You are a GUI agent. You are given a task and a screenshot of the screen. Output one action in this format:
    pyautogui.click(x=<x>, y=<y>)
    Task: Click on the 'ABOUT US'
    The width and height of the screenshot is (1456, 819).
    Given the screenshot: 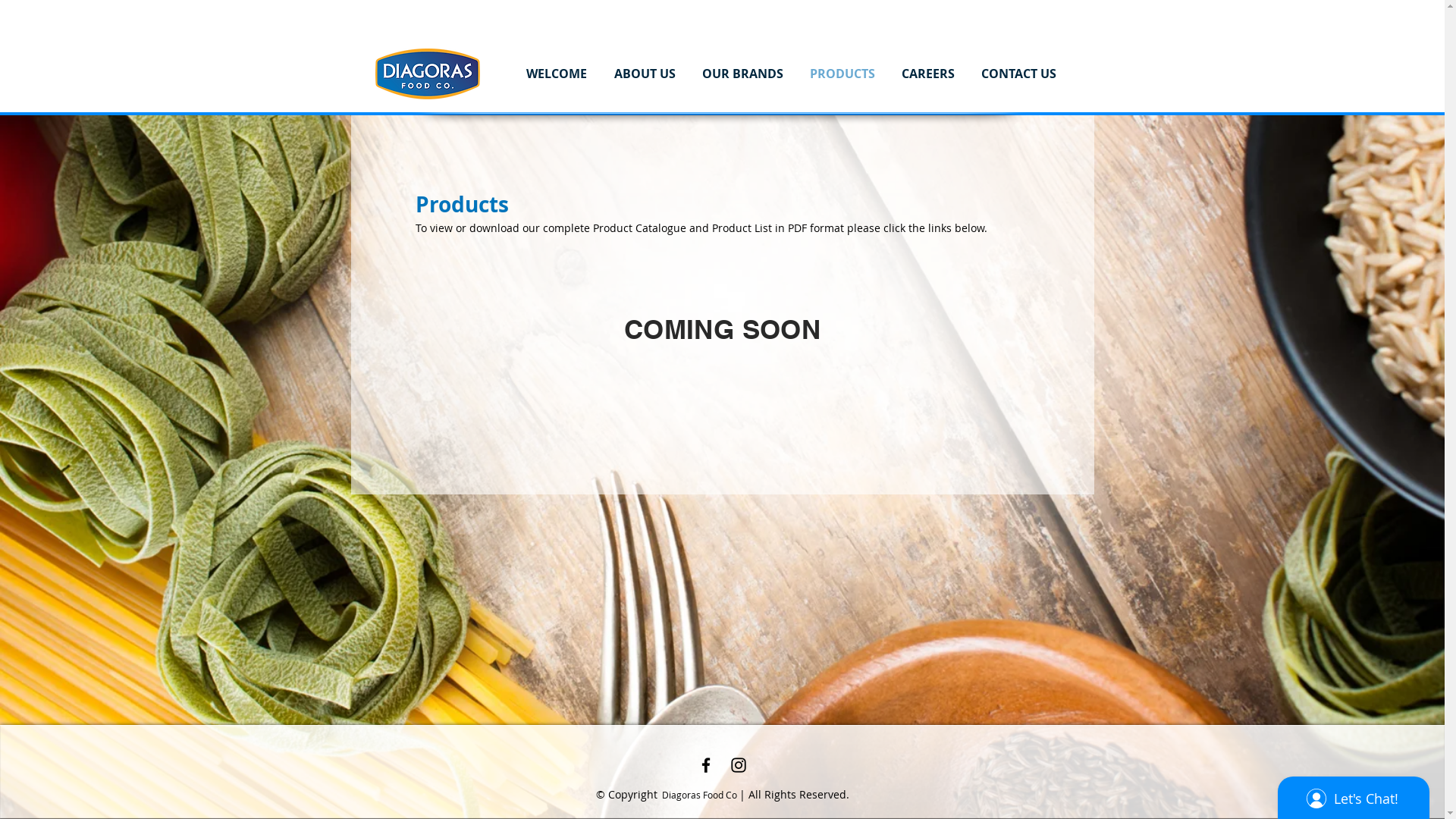 What is the action you would take?
    pyautogui.click(x=645, y=73)
    